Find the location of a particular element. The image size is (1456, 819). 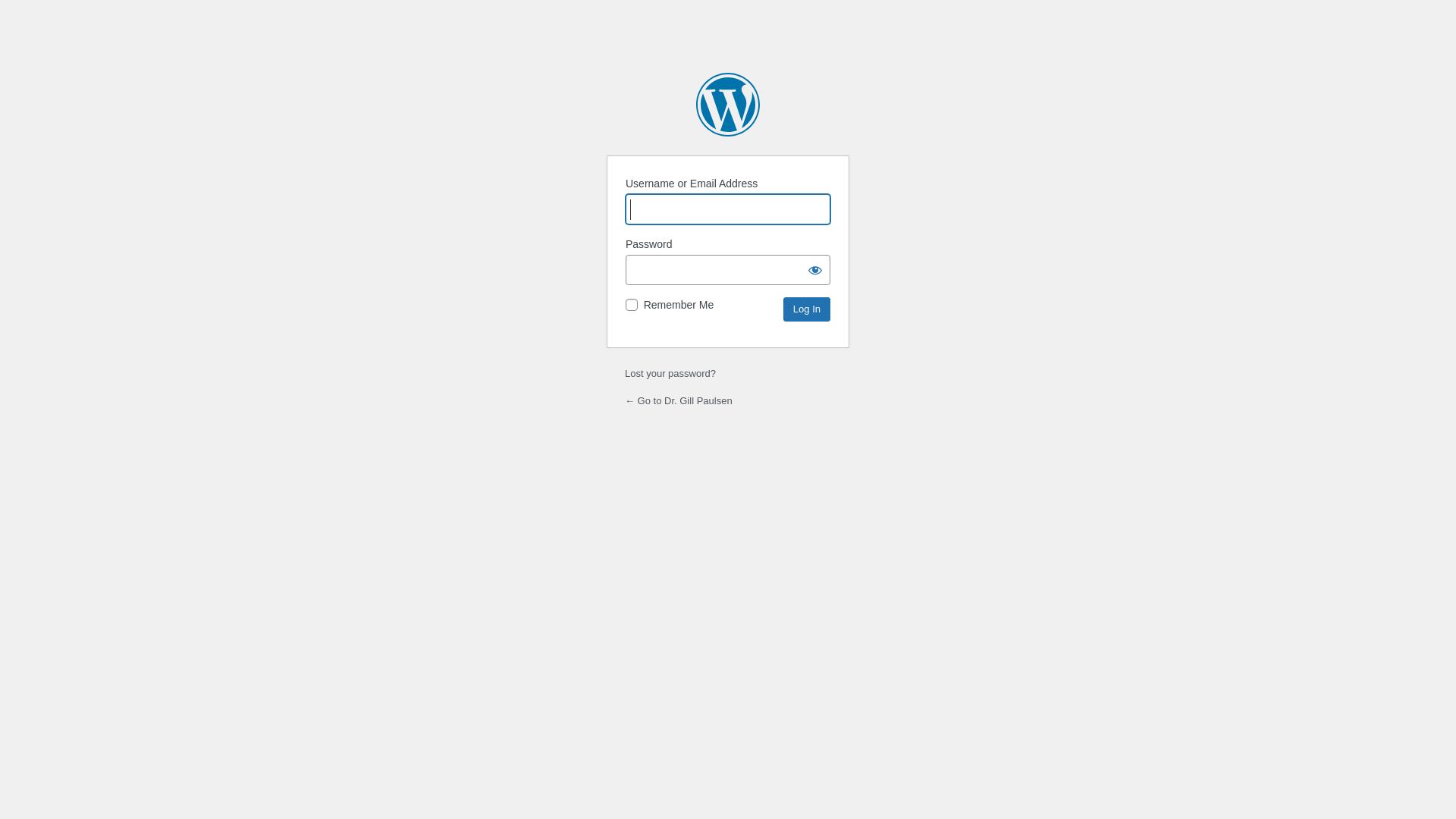

'Powered by WordPress' is located at coordinates (728, 104).